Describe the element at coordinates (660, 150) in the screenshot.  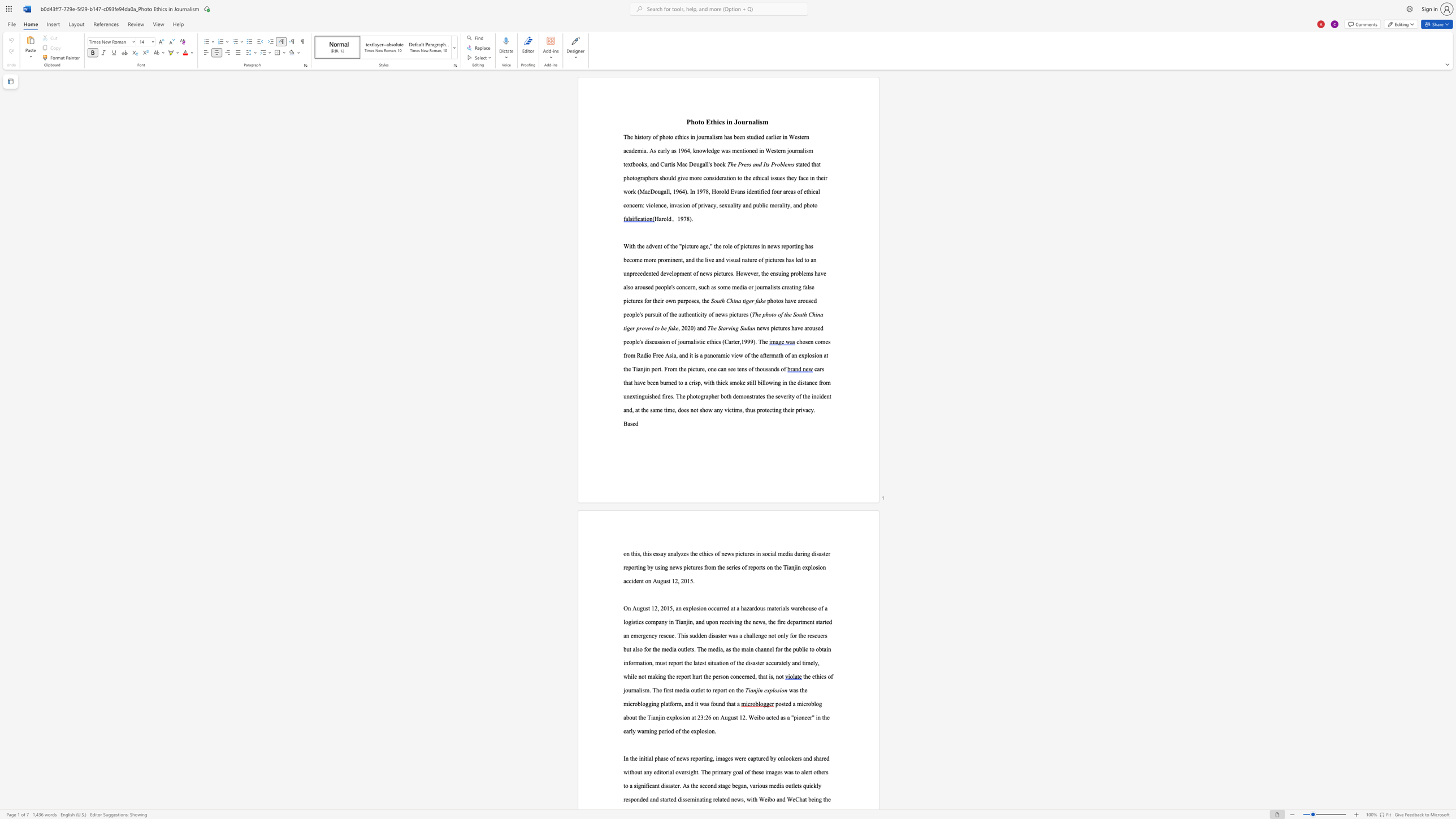
I see `the subset text "arly as 1964, knowledge was mentioned in Western journalism textbooks, an" within the text "The history of photo ethics in journalism has been studied earlier in Western academia. As early as 1964, knowledge was mentioned in Western journalism textbooks, and Curtis Mac Dougall"` at that location.